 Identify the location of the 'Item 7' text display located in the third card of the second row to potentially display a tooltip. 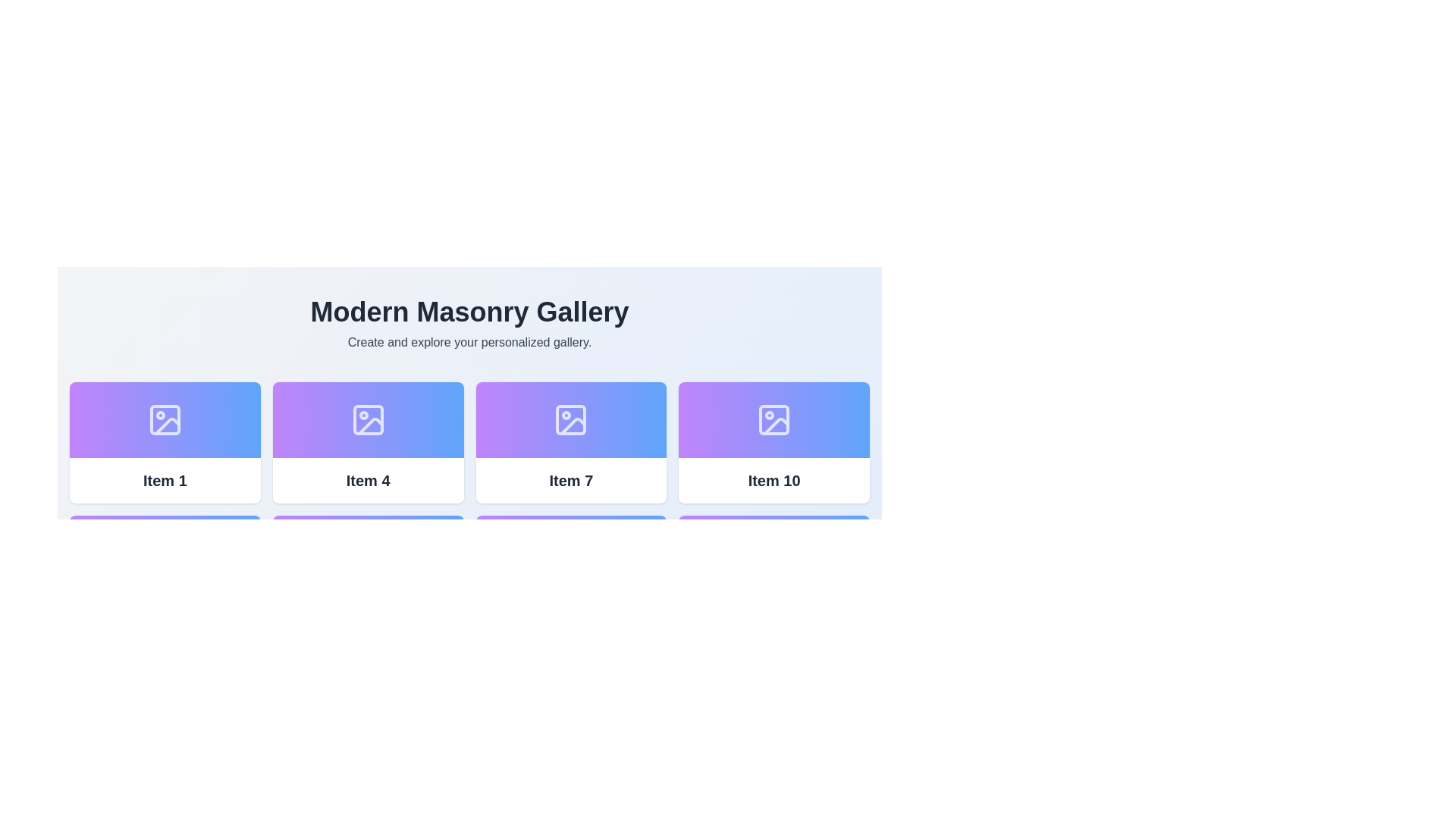
(570, 480).